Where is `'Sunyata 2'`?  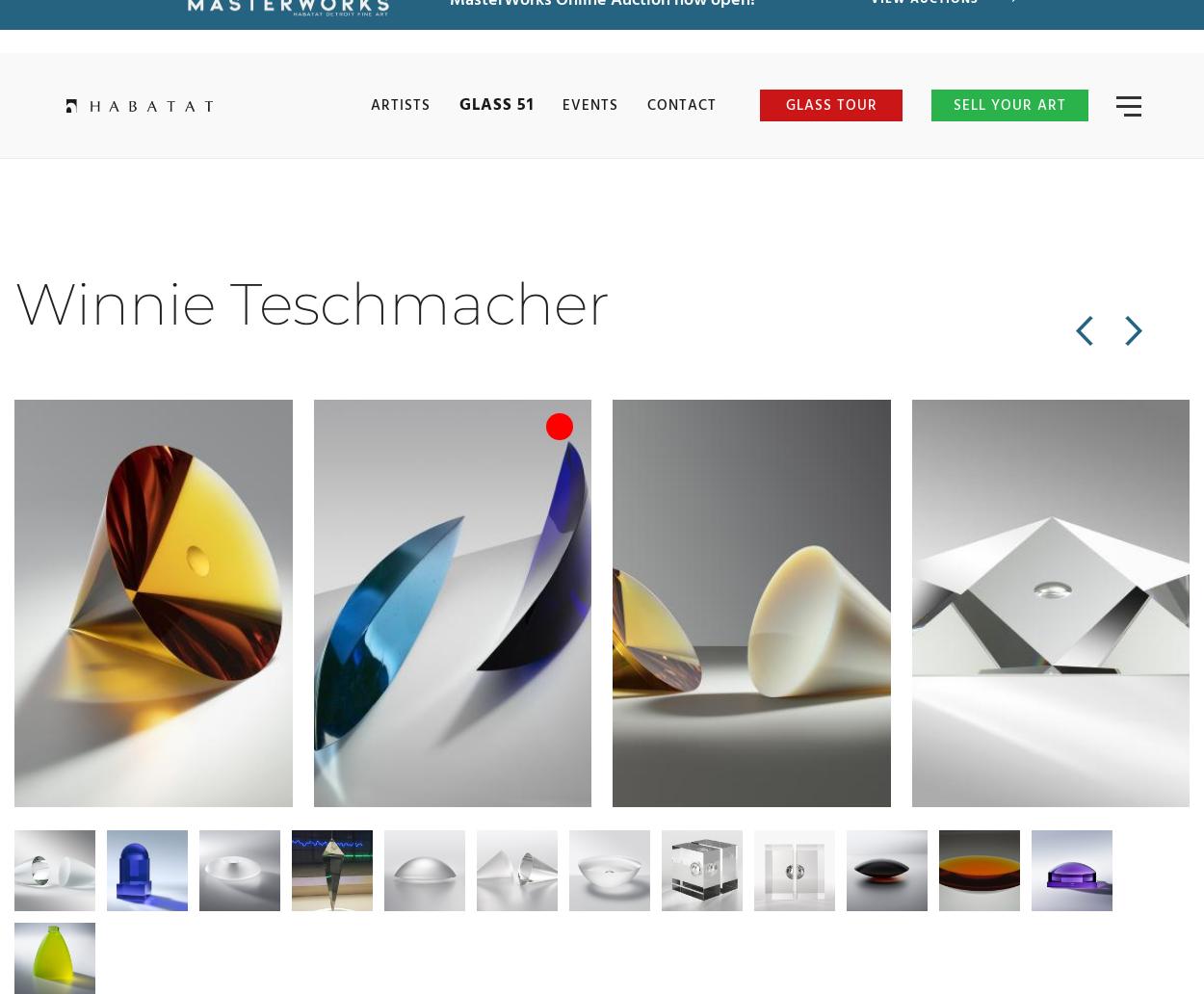
'Sunyata 2' is located at coordinates (79, 681).